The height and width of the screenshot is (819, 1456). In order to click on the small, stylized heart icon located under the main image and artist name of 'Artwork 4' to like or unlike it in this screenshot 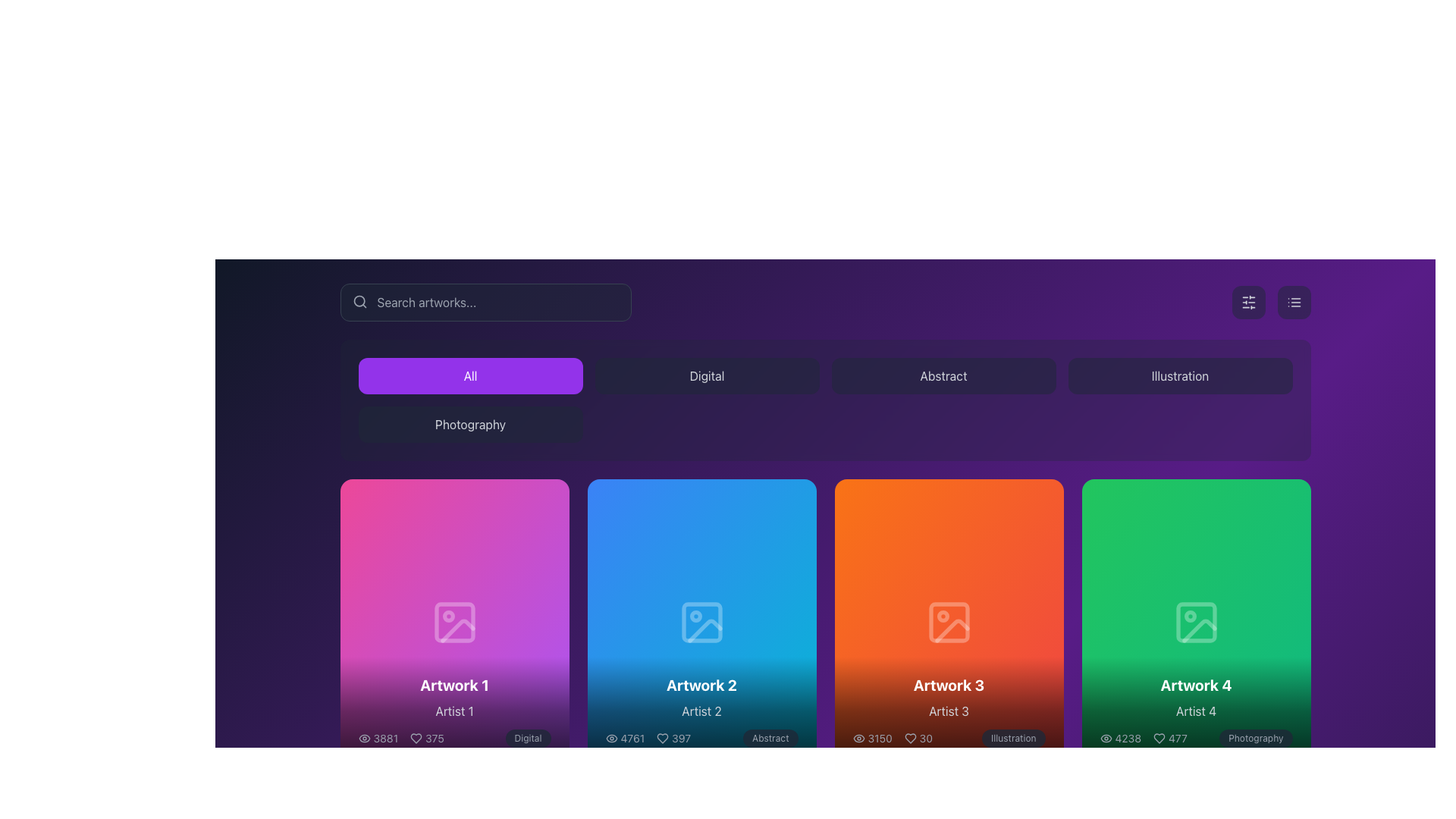, I will do `click(1159, 737)`.